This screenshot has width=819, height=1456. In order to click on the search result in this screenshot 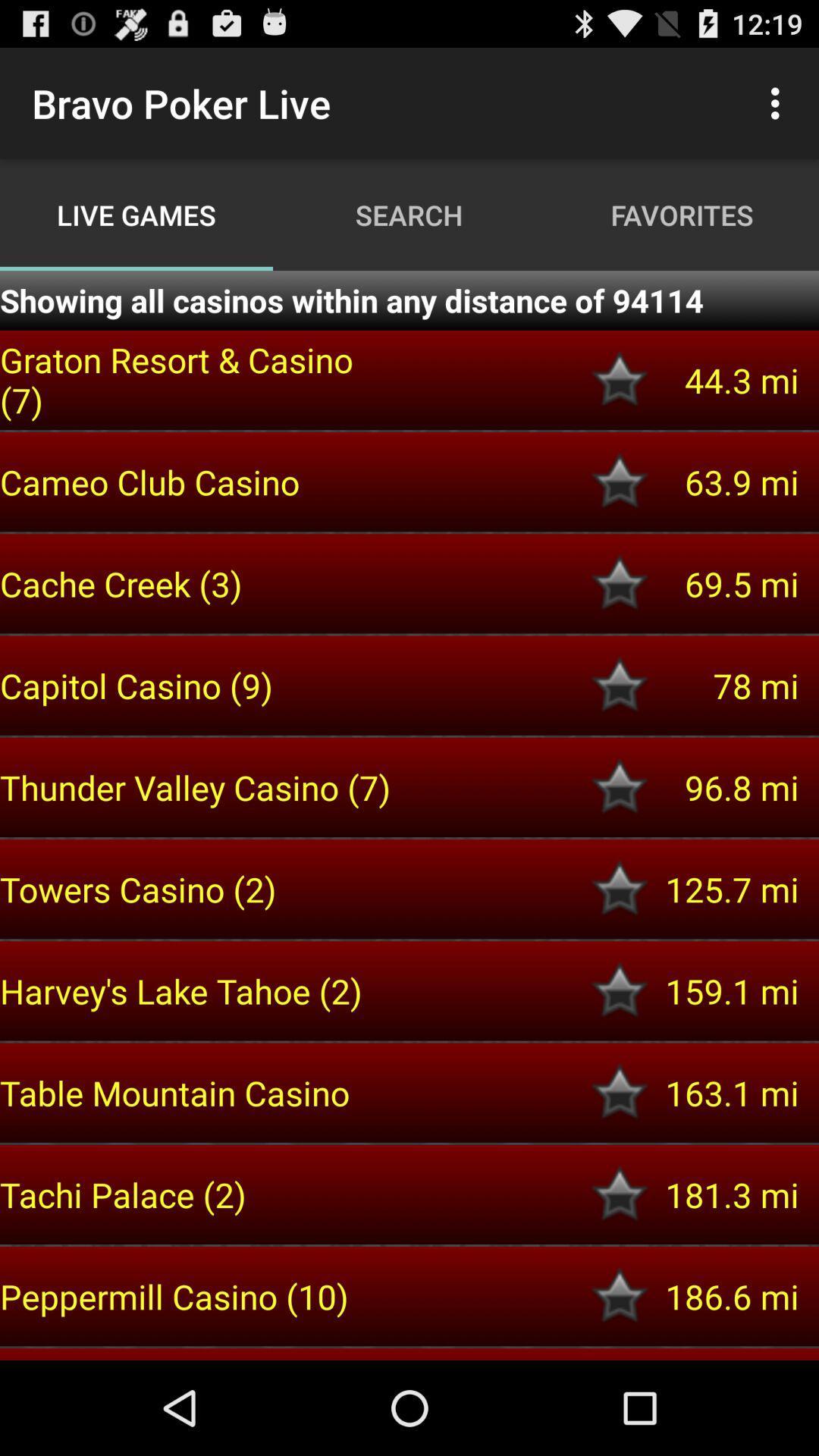, I will do `click(620, 1194)`.